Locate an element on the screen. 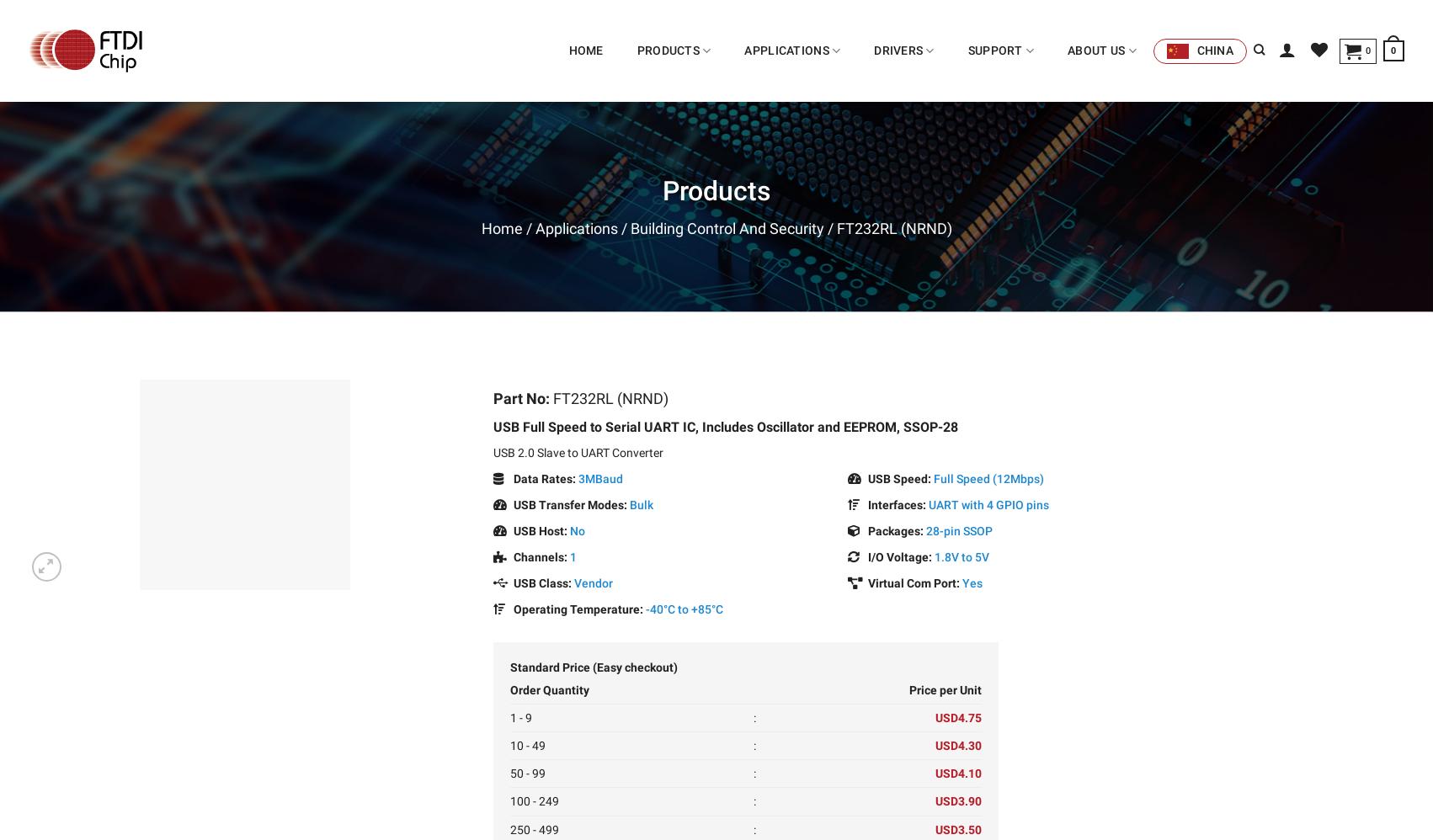  'Support' is located at coordinates (967, 49).